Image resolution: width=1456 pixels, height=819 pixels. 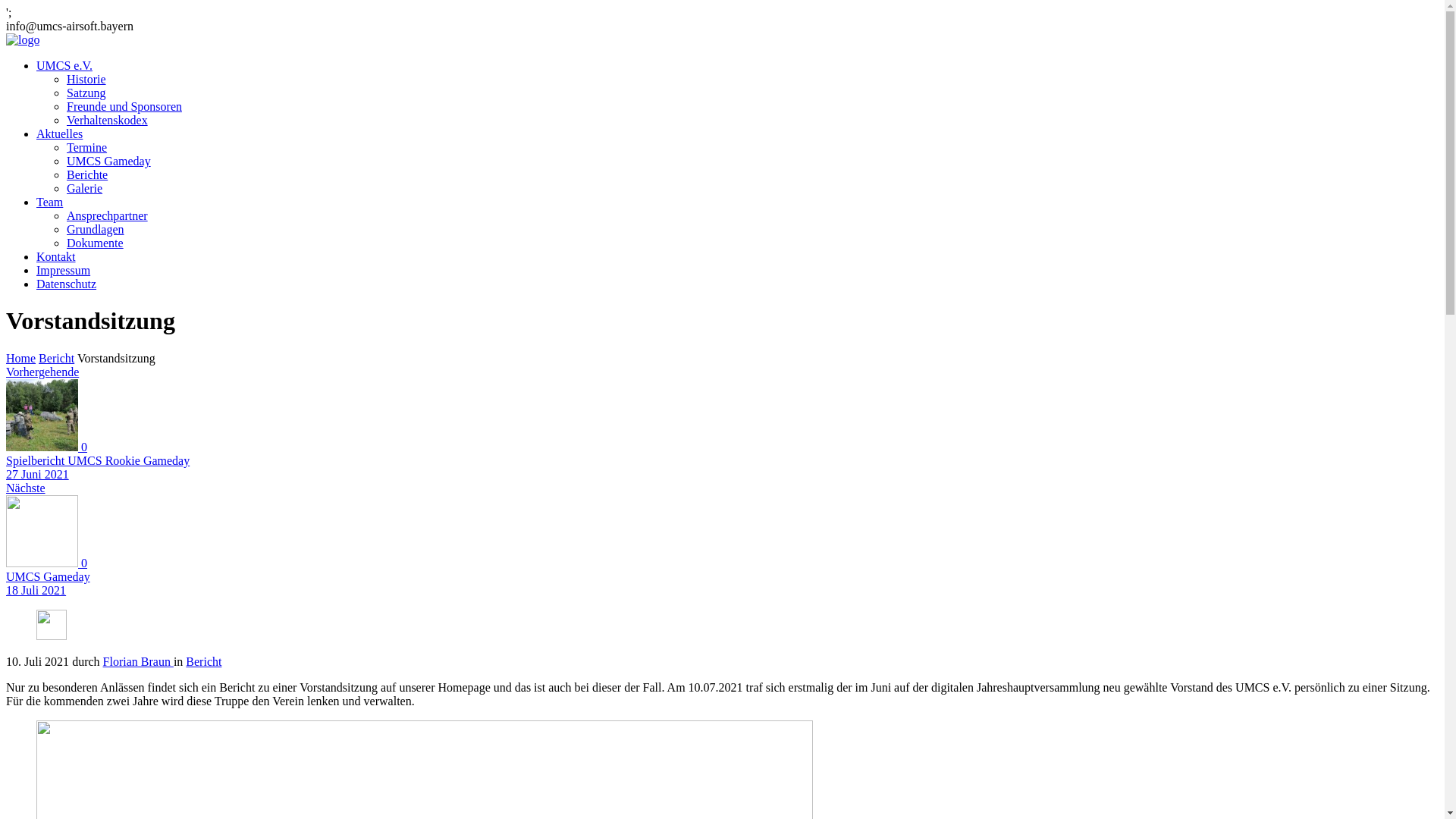 What do you see at coordinates (86, 79) in the screenshot?
I see `'Historie'` at bounding box center [86, 79].